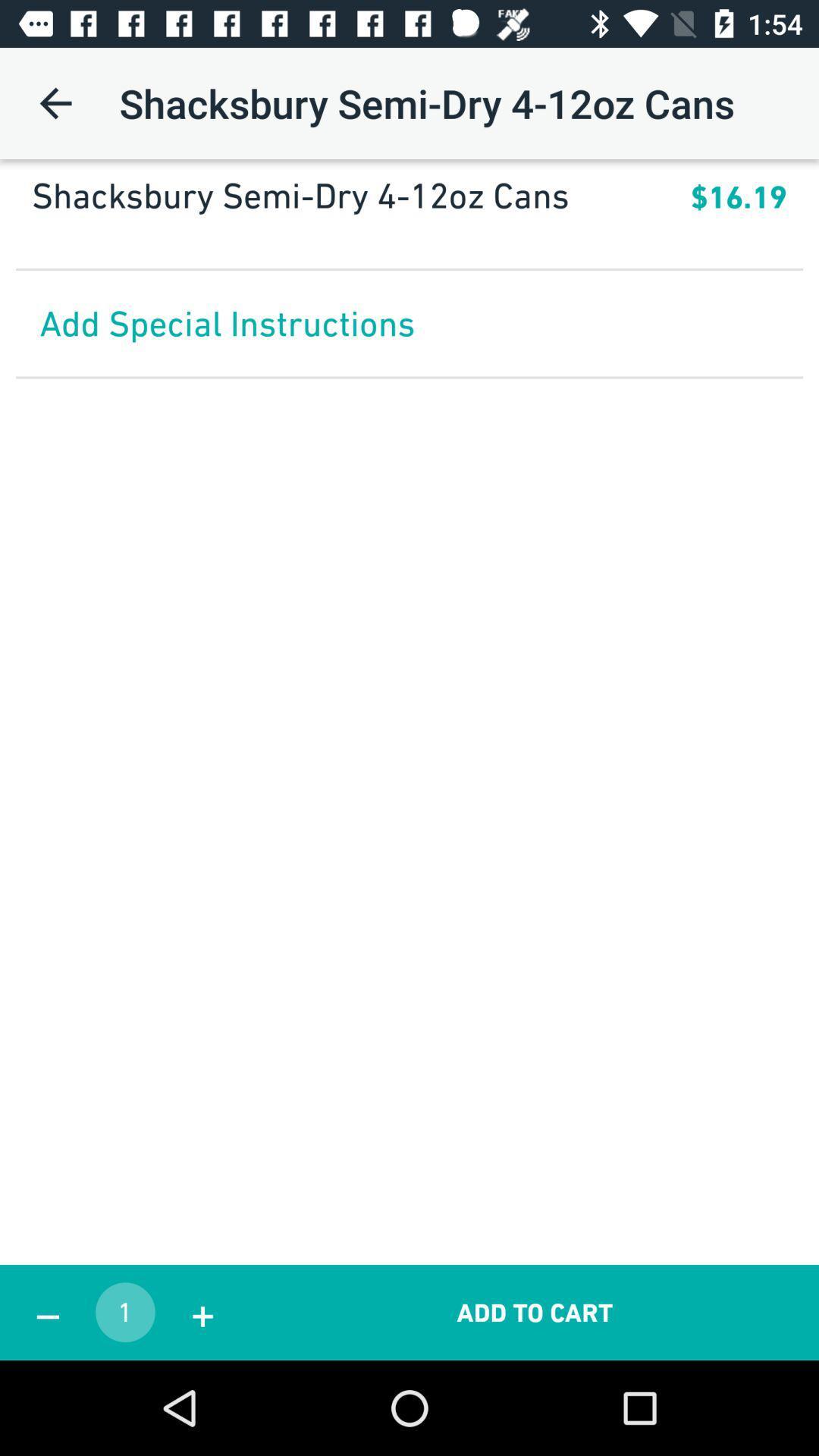 The width and height of the screenshot is (819, 1456). What do you see at coordinates (46, 1312) in the screenshot?
I see `the icon next to 1 icon` at bounding box center [46, 1312].